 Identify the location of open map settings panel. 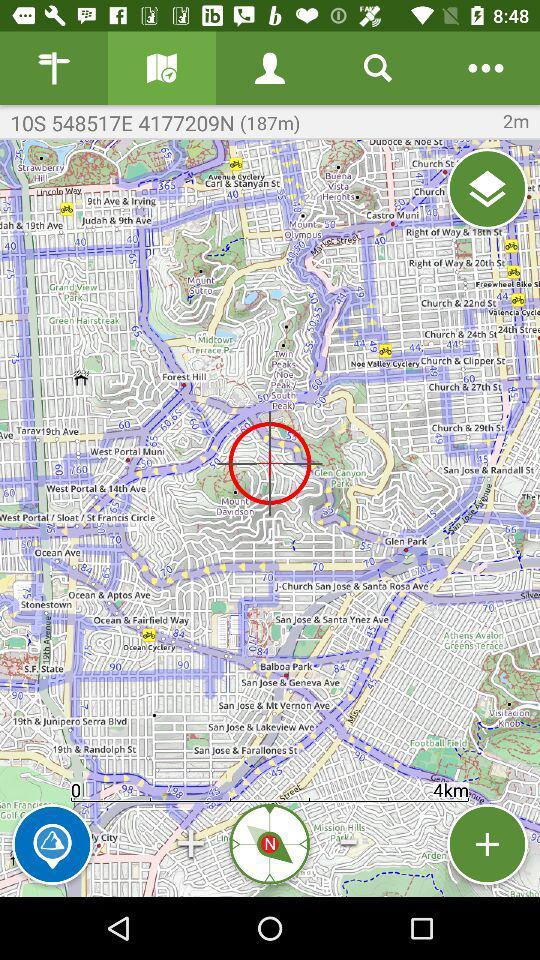
(485, 68).